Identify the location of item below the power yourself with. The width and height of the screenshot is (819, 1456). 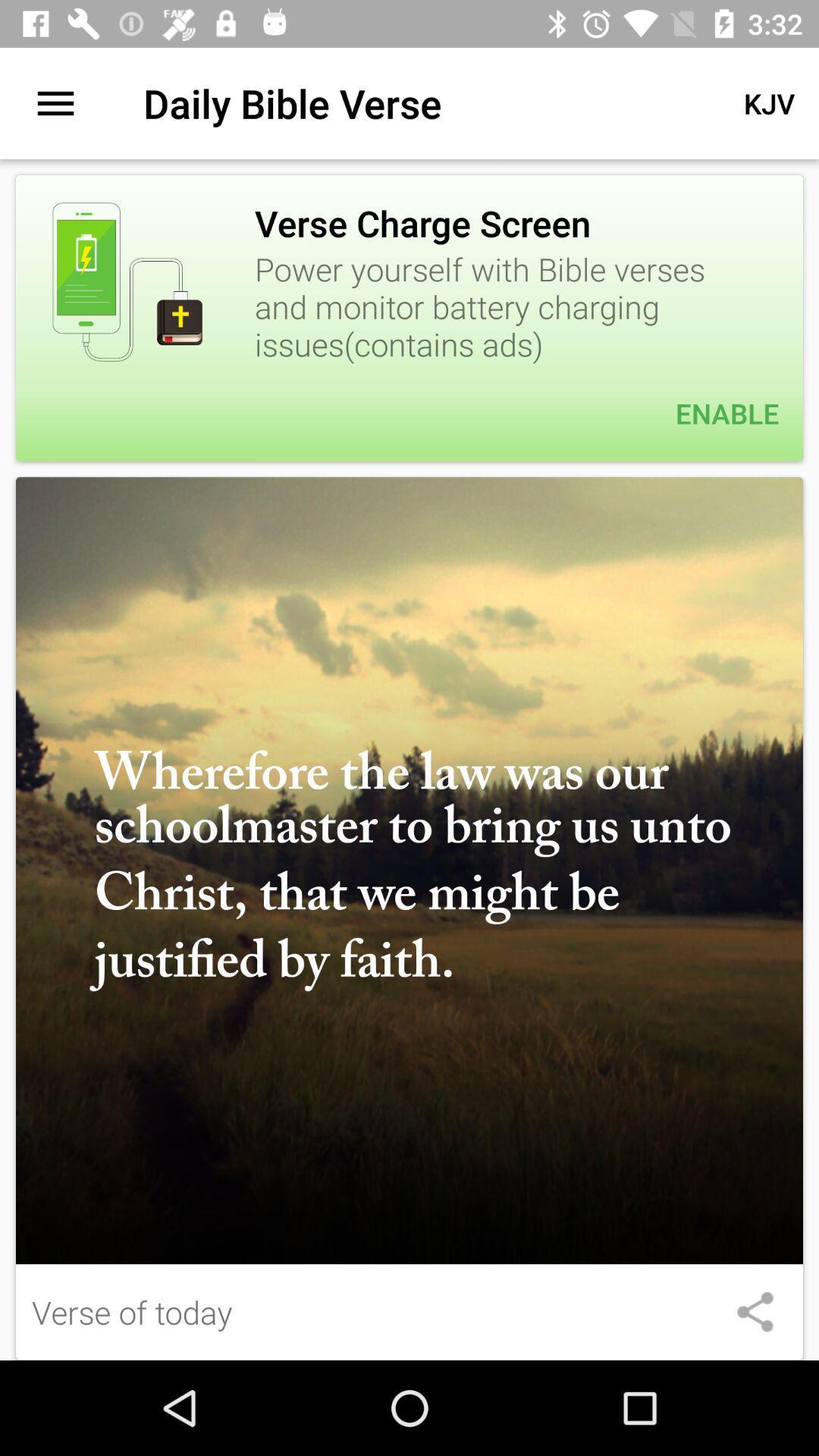
(409, 413).